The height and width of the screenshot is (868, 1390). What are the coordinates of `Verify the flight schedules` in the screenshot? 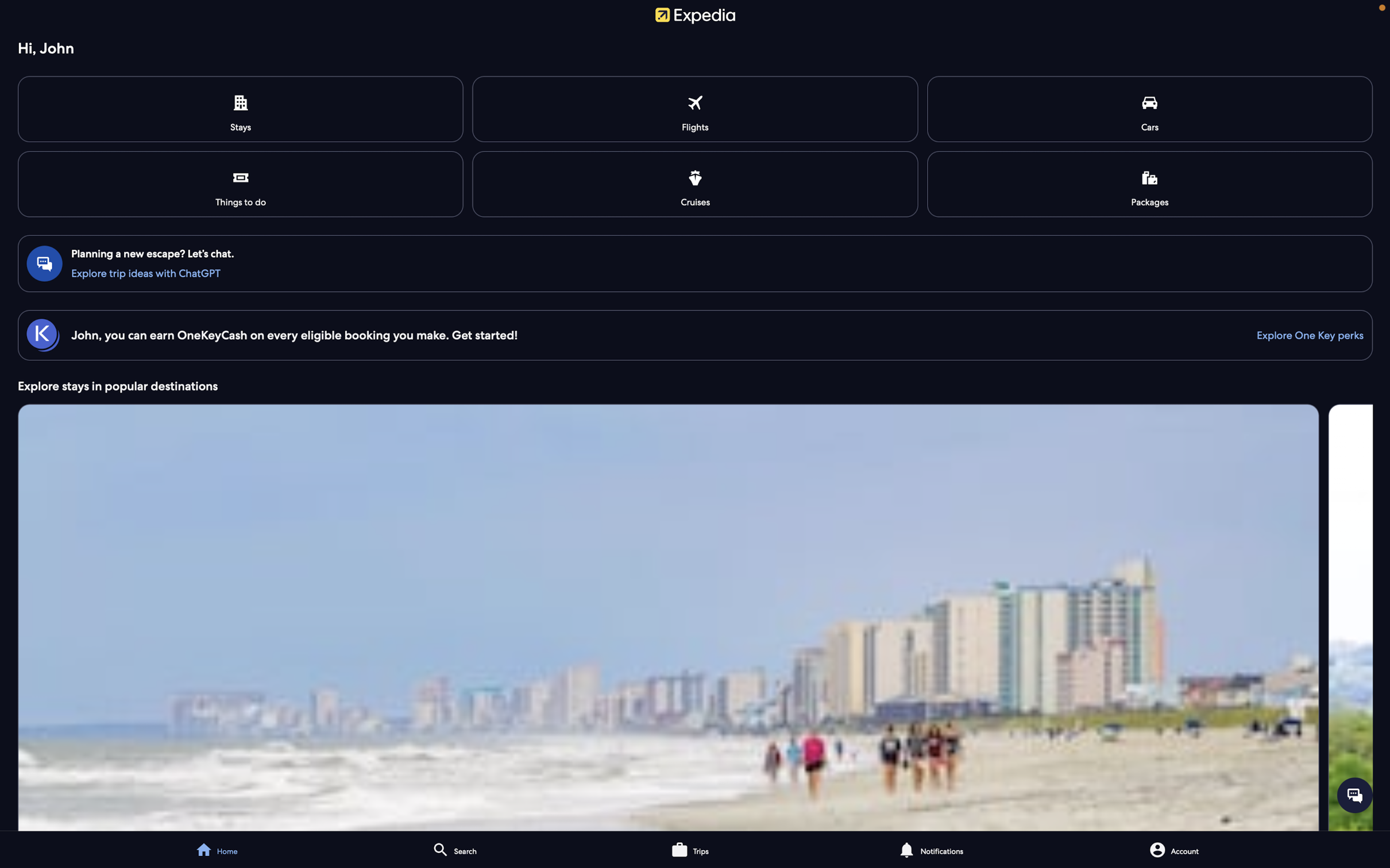 It's located at (696, 109).